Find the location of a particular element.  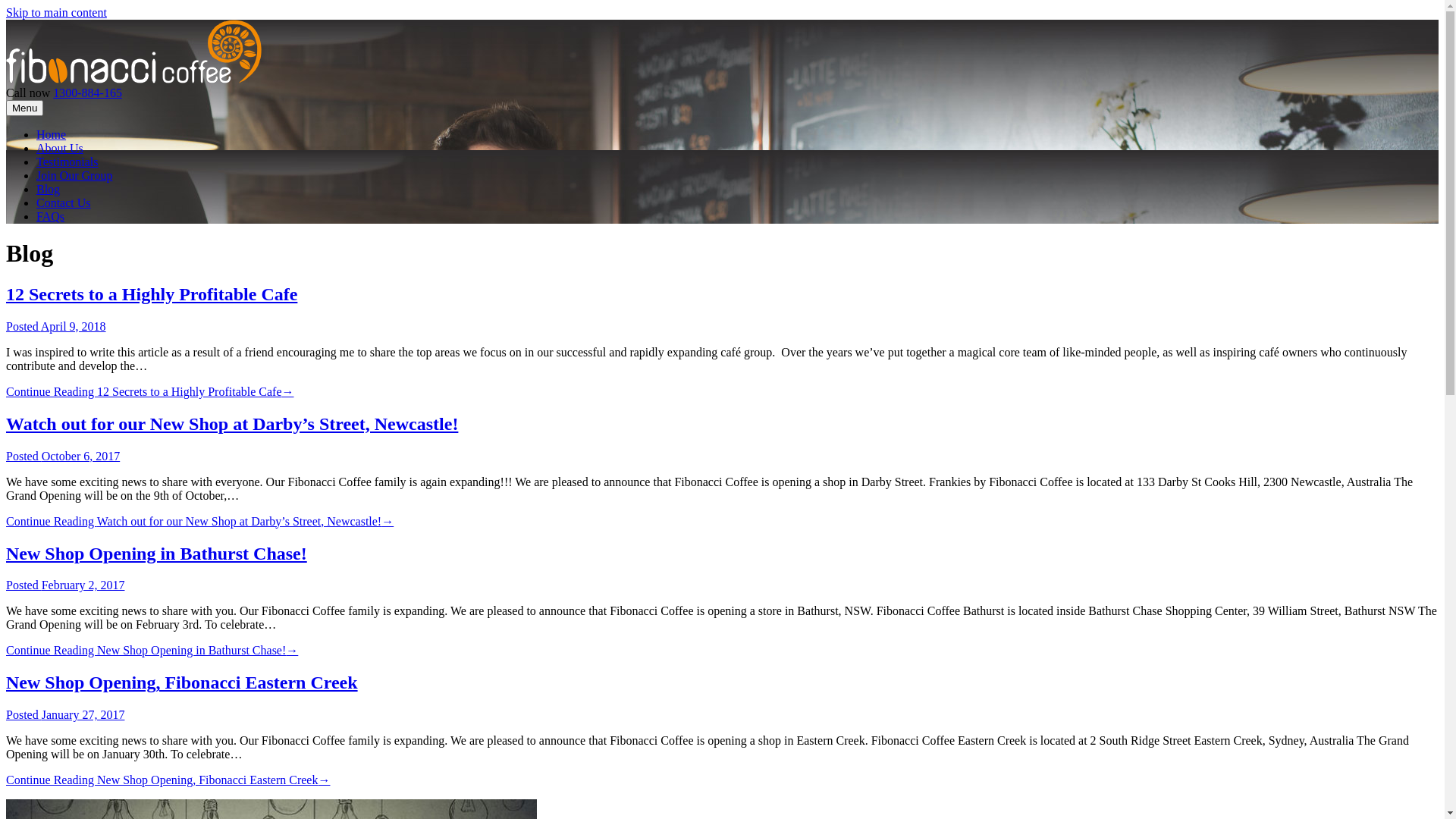

'About Us' is located at coordinates (59, 148).